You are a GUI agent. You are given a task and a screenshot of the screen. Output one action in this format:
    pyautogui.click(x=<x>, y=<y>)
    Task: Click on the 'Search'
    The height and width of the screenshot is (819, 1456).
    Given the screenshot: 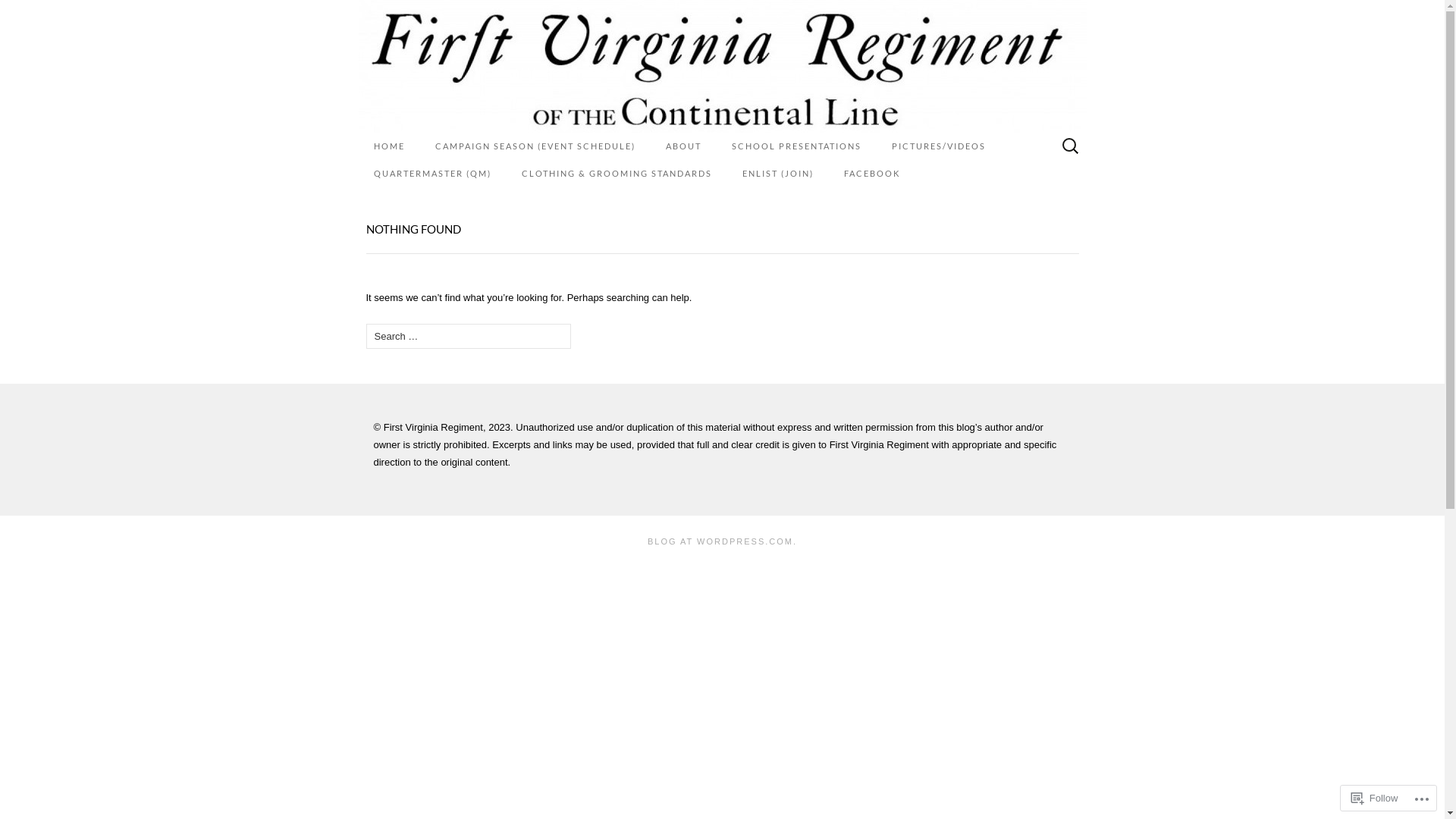 What is the action you would take?
    pyautogui.click(x=0, y=12)
    